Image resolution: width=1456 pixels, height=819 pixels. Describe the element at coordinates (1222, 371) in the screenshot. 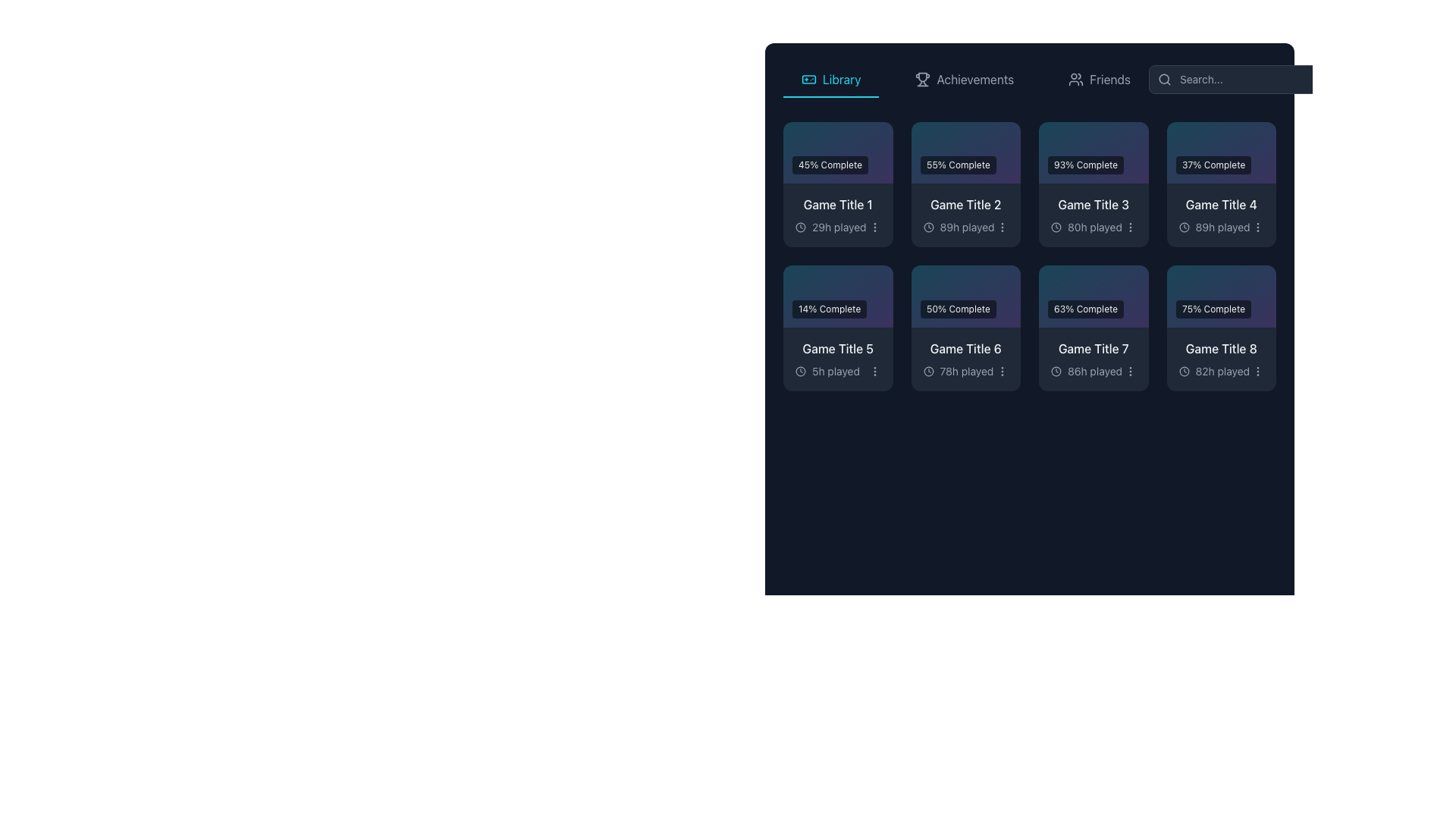

I see `the static text label indicating total playtime for 'Game Title 8', positioned at the bottom-right corner inside its card, after the clock icon` at that location.